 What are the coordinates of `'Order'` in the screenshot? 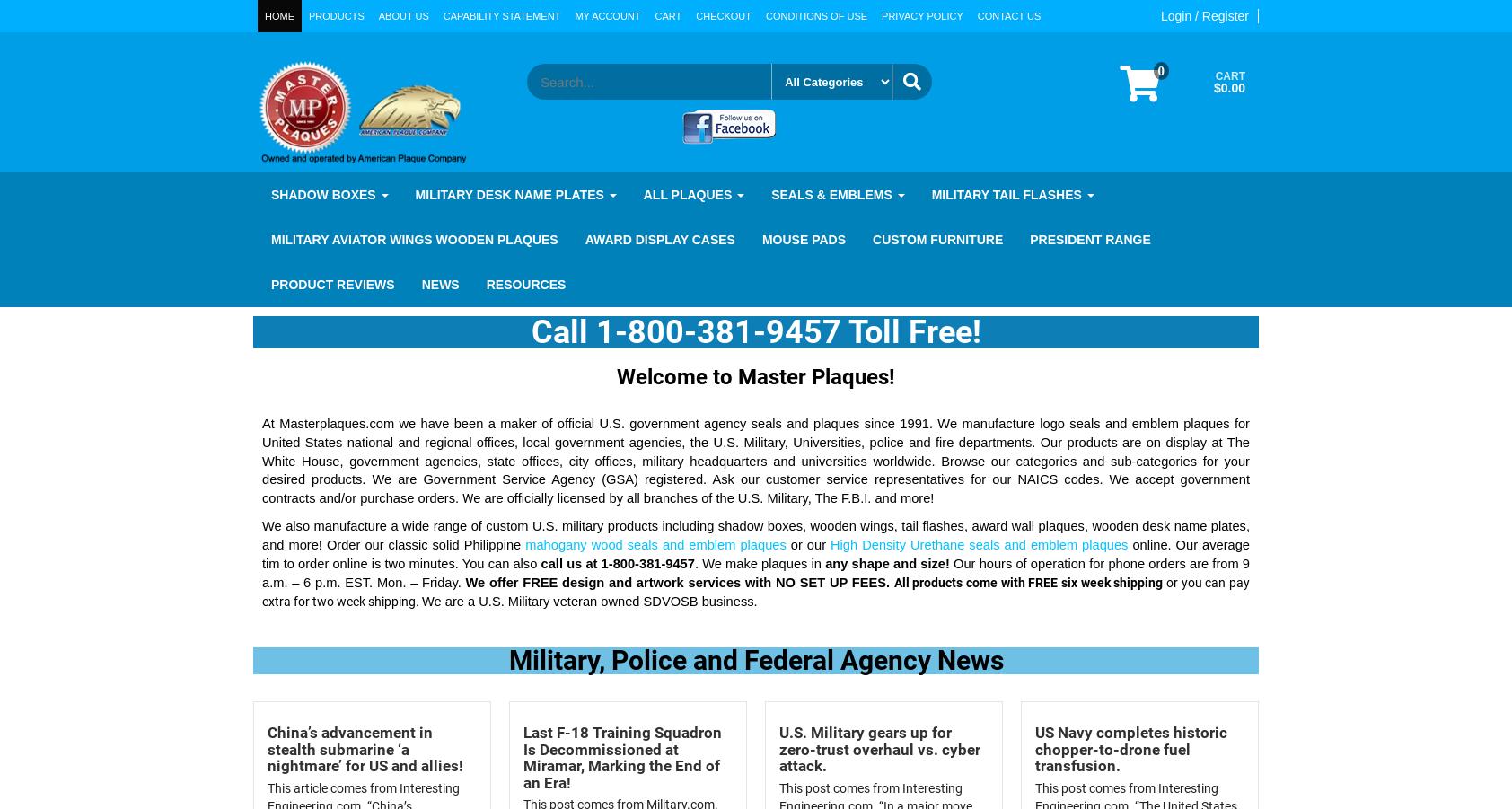 It's located at (326, 544).